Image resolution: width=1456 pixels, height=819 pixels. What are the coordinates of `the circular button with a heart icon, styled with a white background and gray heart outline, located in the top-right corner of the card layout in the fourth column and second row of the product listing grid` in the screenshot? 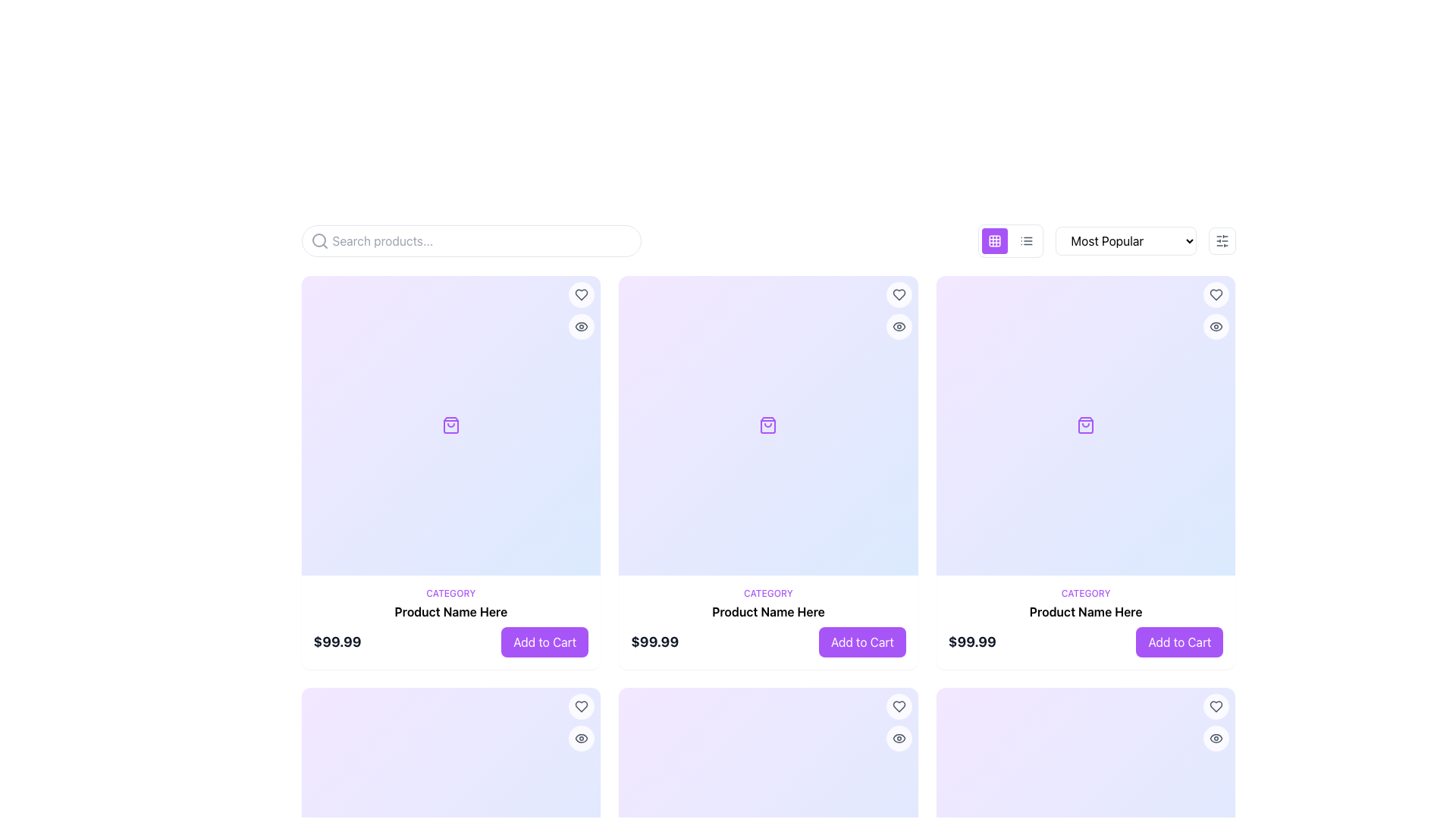 It's located at (1216, 706).